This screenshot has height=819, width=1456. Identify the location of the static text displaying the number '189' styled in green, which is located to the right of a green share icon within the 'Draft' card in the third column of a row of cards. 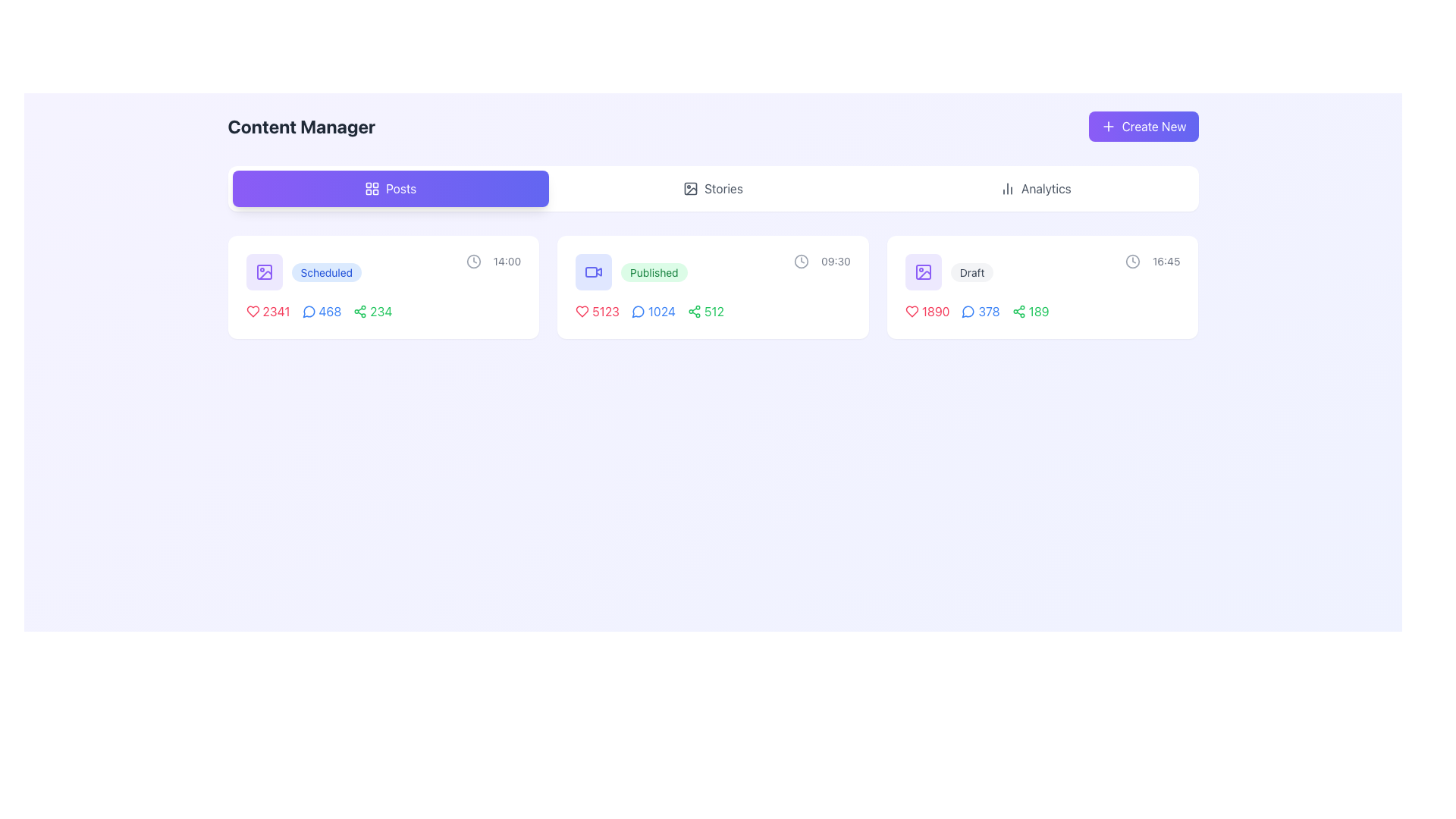
(1038, 311).